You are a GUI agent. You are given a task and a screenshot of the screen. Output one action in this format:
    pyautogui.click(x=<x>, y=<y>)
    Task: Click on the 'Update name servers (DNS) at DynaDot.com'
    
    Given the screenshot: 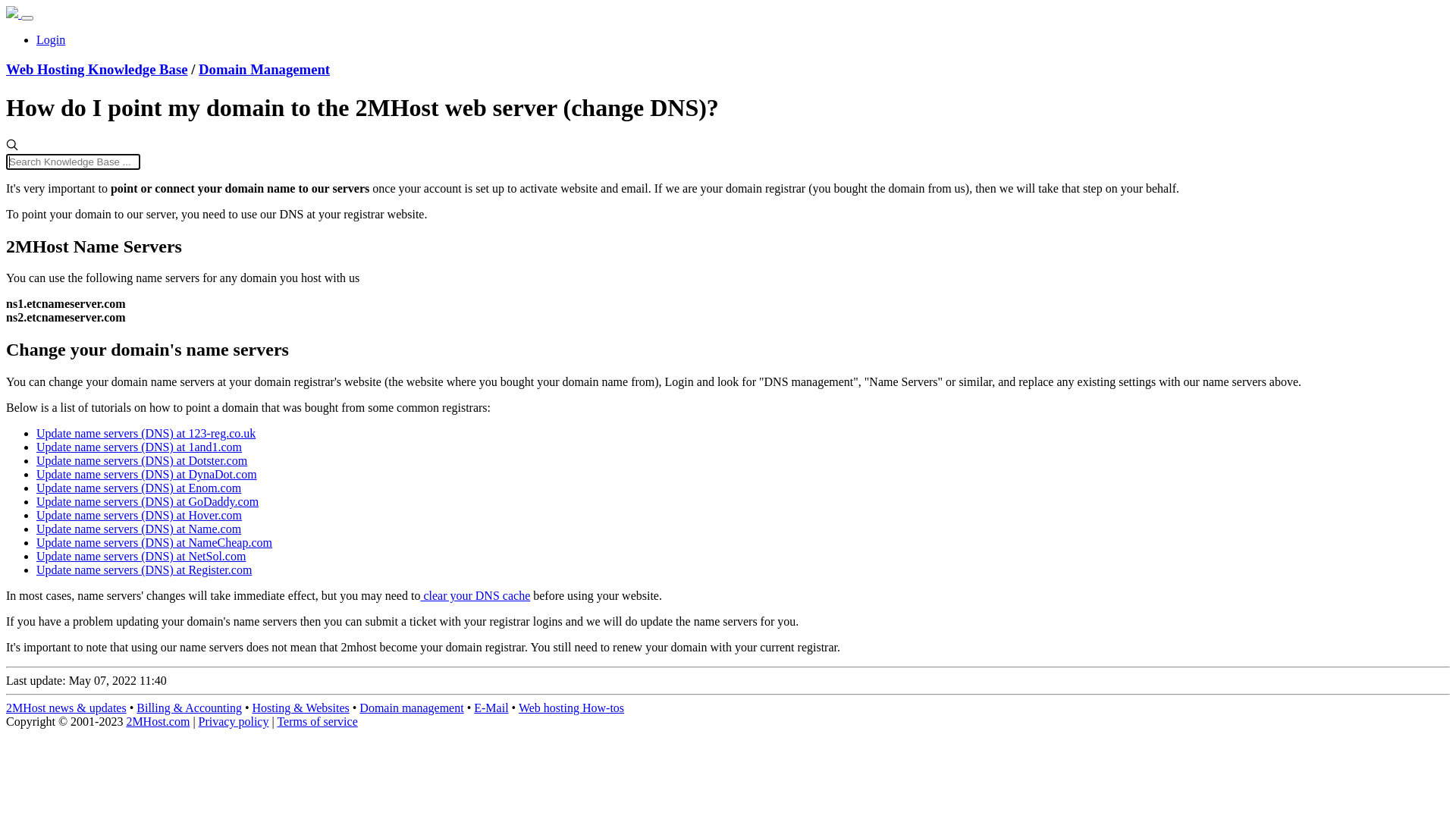 What is the action you would take?
    pyautogui.click(x=146, y=473)
    